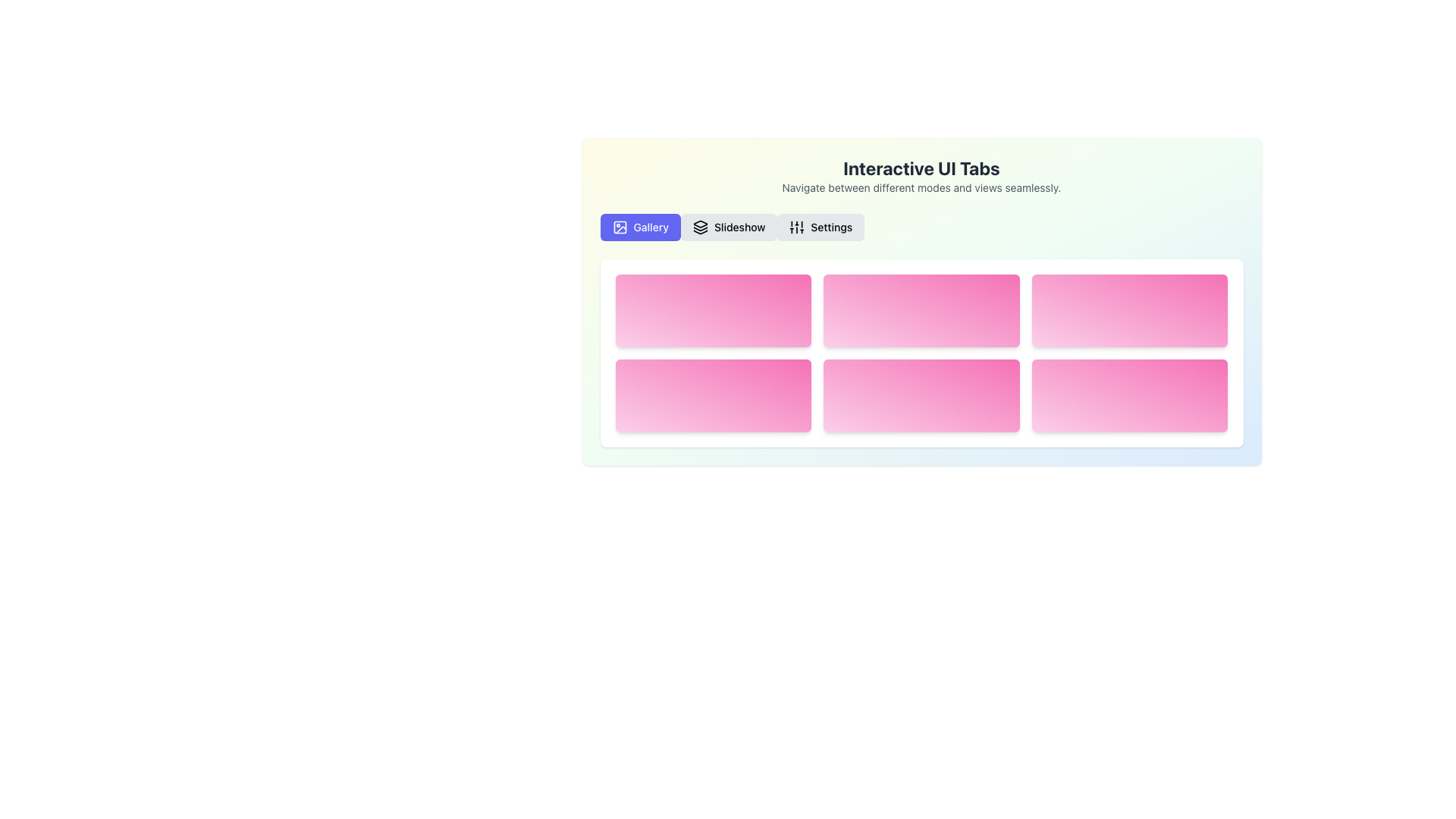  I want to click on the graphical icon that resembles a minimalistic image representation located to the left of the 'Gallery' button, so click(620, 227).